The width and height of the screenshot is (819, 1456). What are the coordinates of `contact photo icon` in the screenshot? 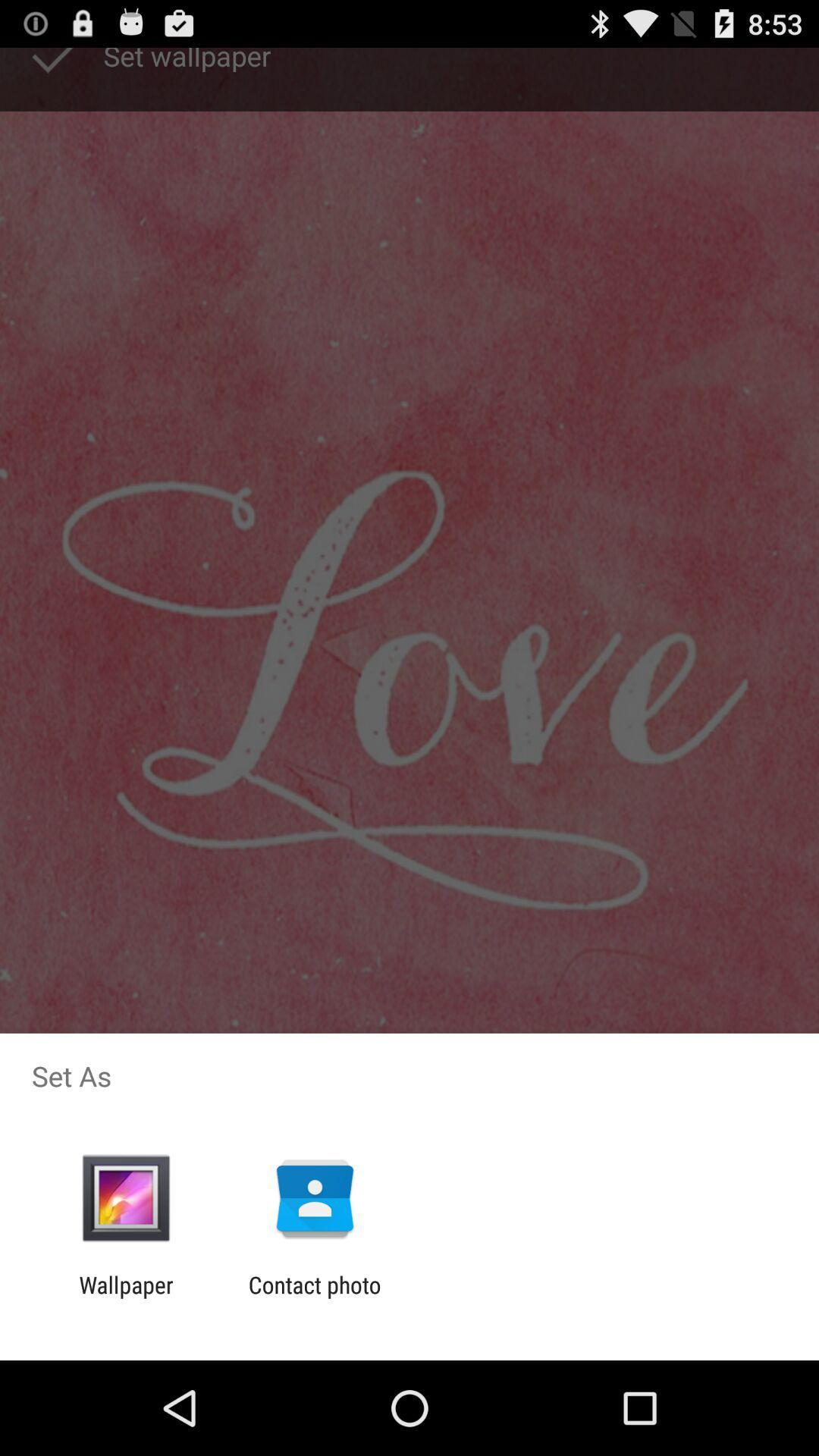 It's located at (314, 1298).